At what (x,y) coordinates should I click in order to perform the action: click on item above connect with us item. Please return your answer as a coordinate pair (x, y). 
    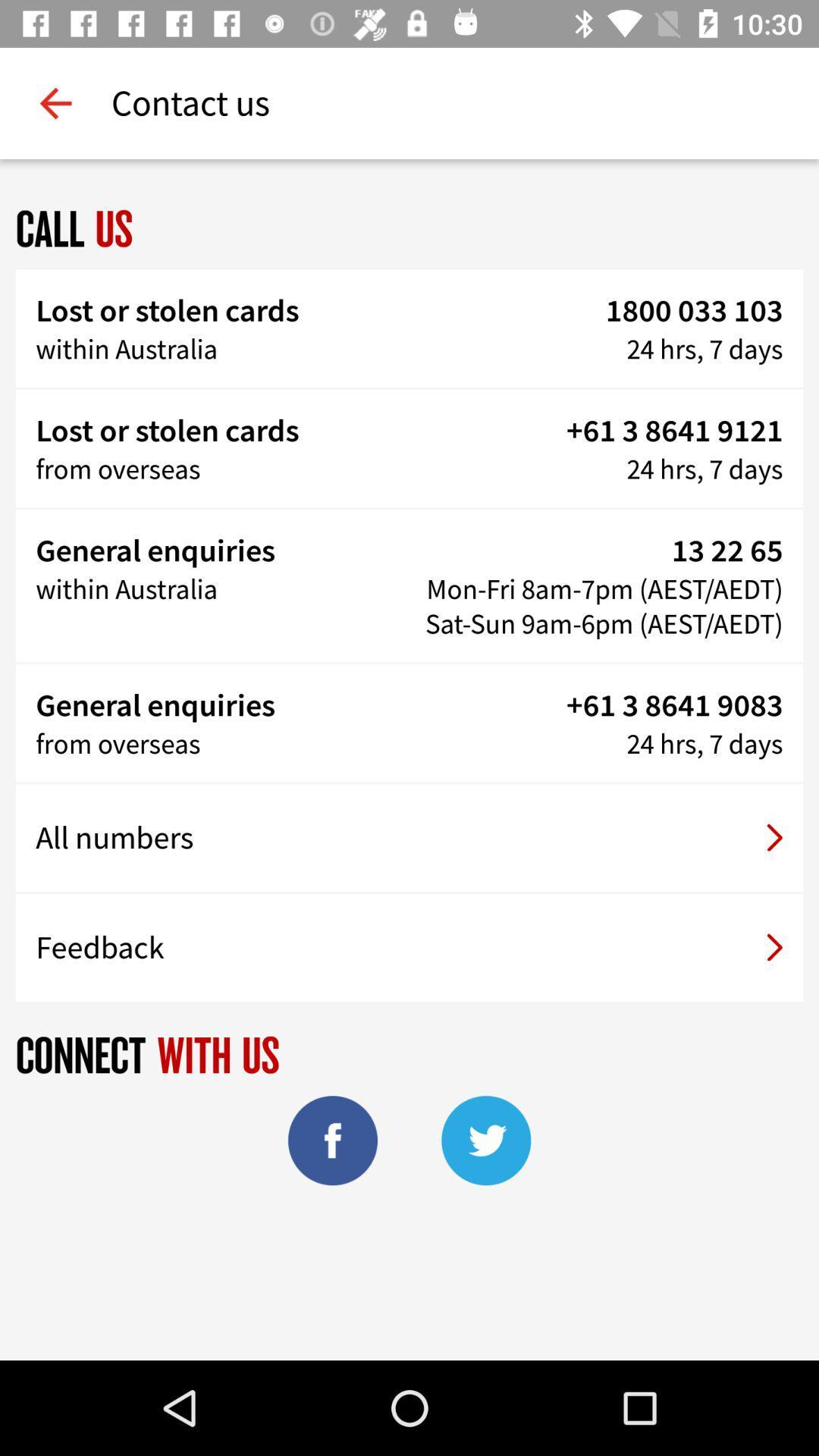
    Looking at the image, I should click on (409, 946).